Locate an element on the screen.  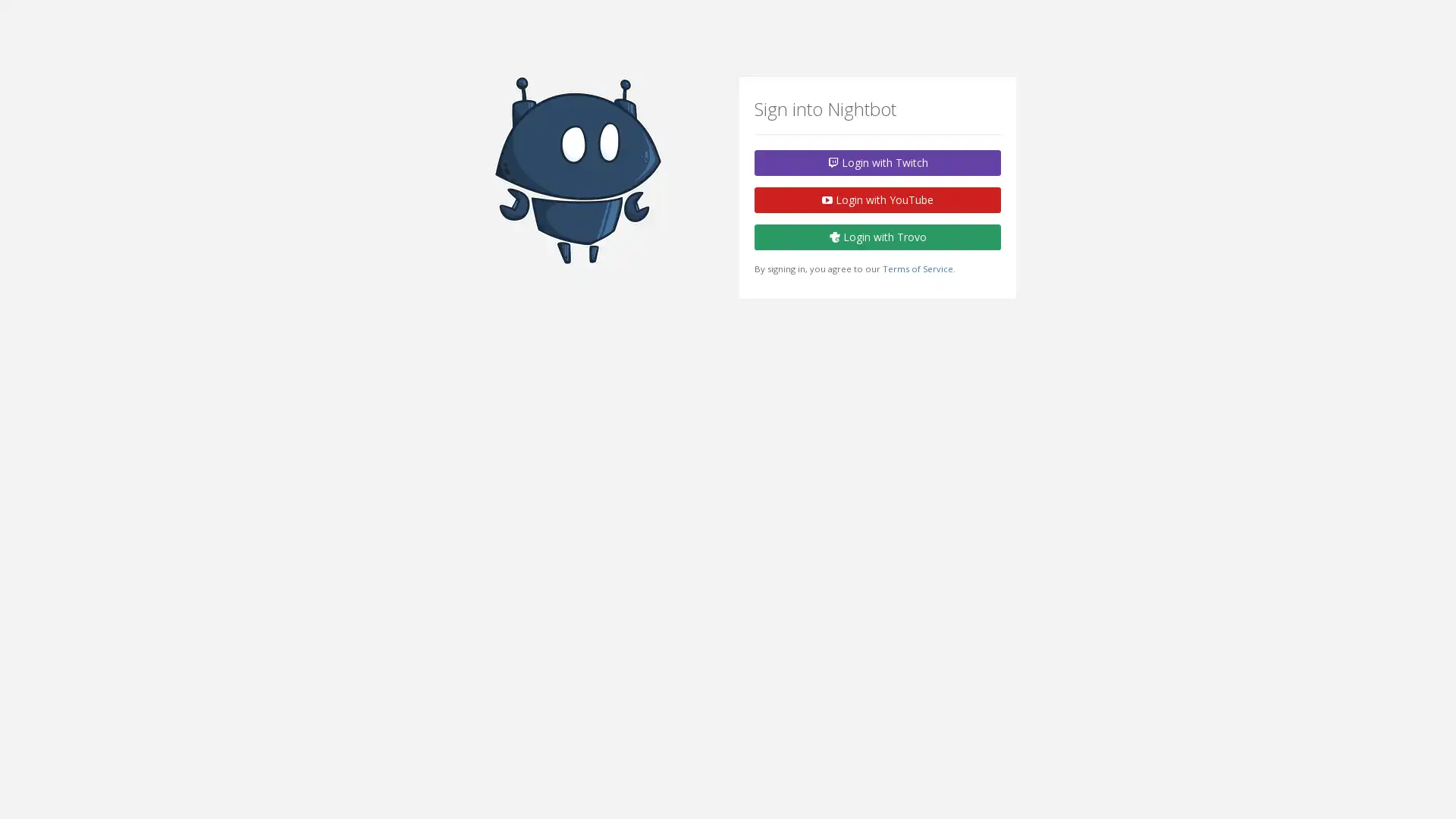
Login with Trovo is located at coordinates (877, 237).